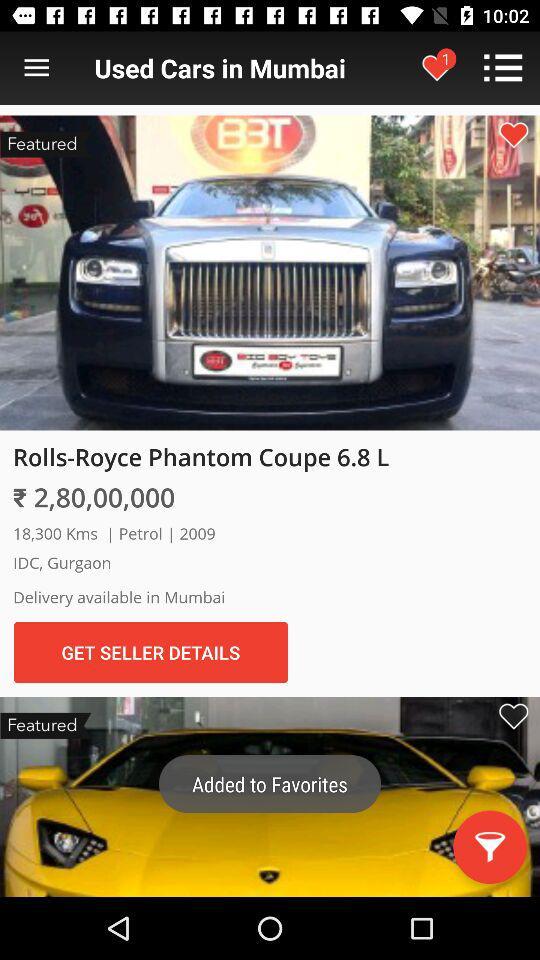 Image resolution: width=540 pixels, height=960 pixels. I want to click on like on picture, so click(513, 134).